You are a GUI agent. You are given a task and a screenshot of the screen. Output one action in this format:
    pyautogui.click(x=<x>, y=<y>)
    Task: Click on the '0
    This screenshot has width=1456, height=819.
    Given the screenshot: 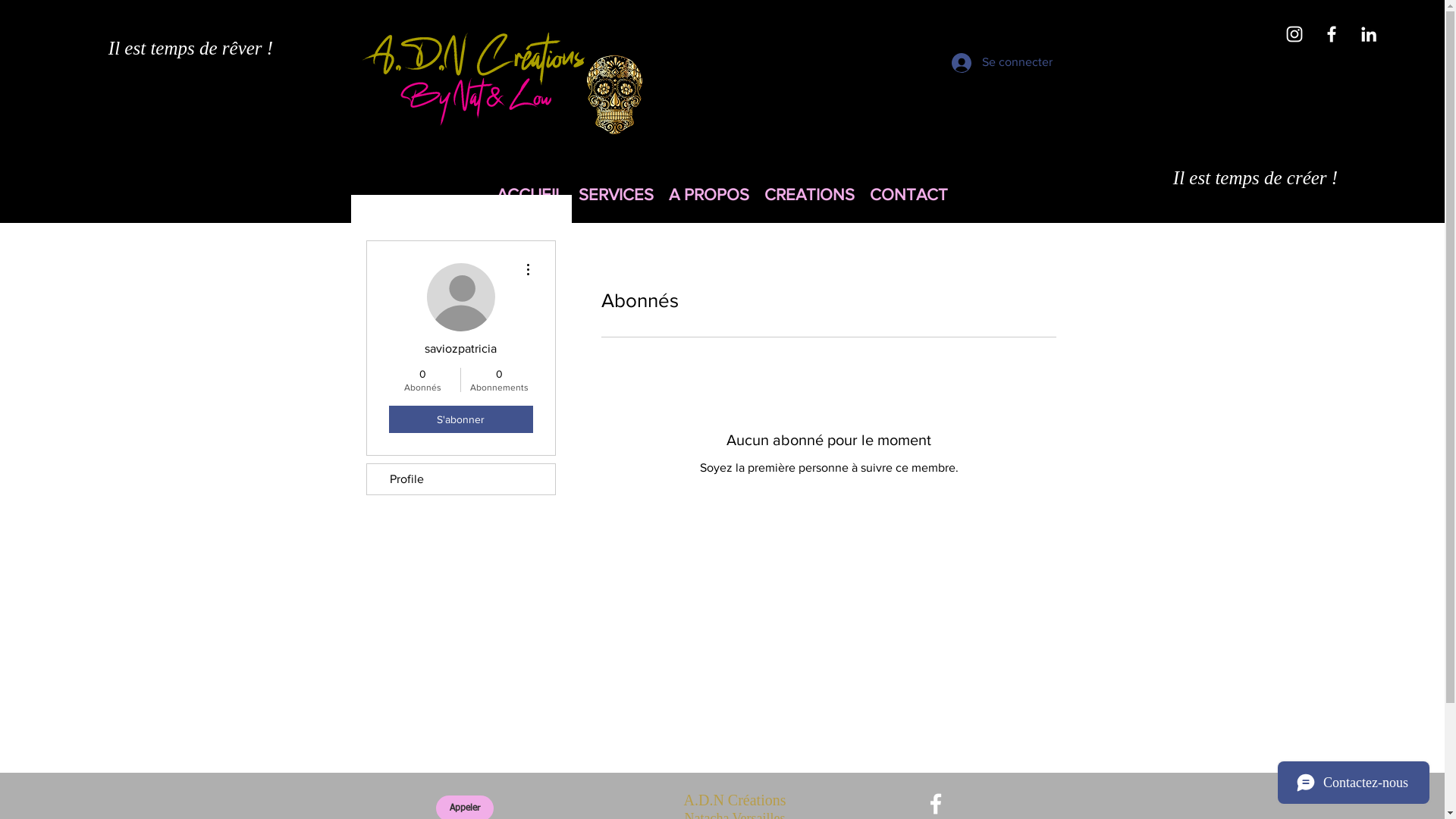 What is the action you would take?
    pyautogui.click(x=499, y=379)
    